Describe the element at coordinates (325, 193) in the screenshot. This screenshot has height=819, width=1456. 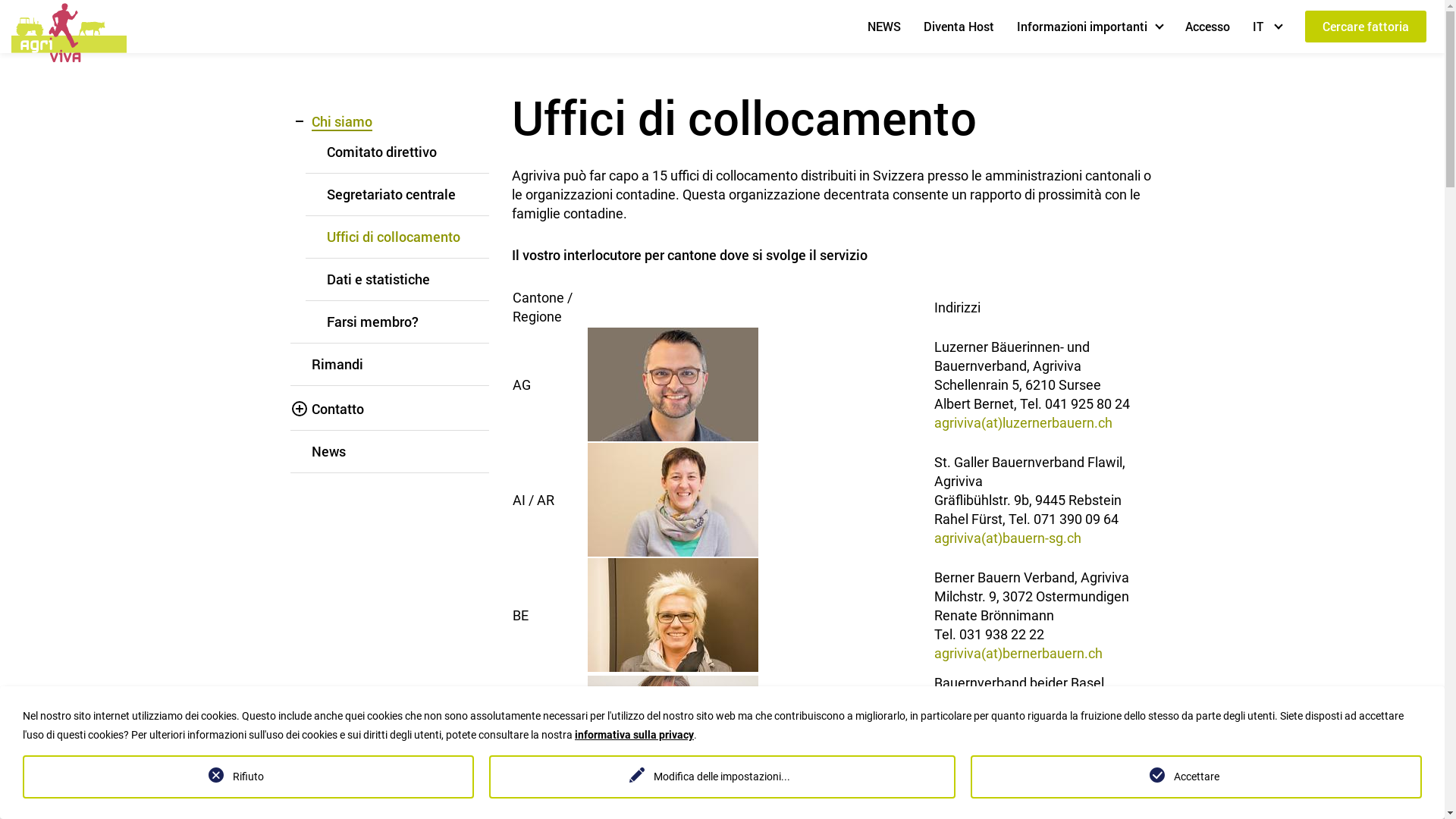
I see `'Segretariato centrale'` at that location.